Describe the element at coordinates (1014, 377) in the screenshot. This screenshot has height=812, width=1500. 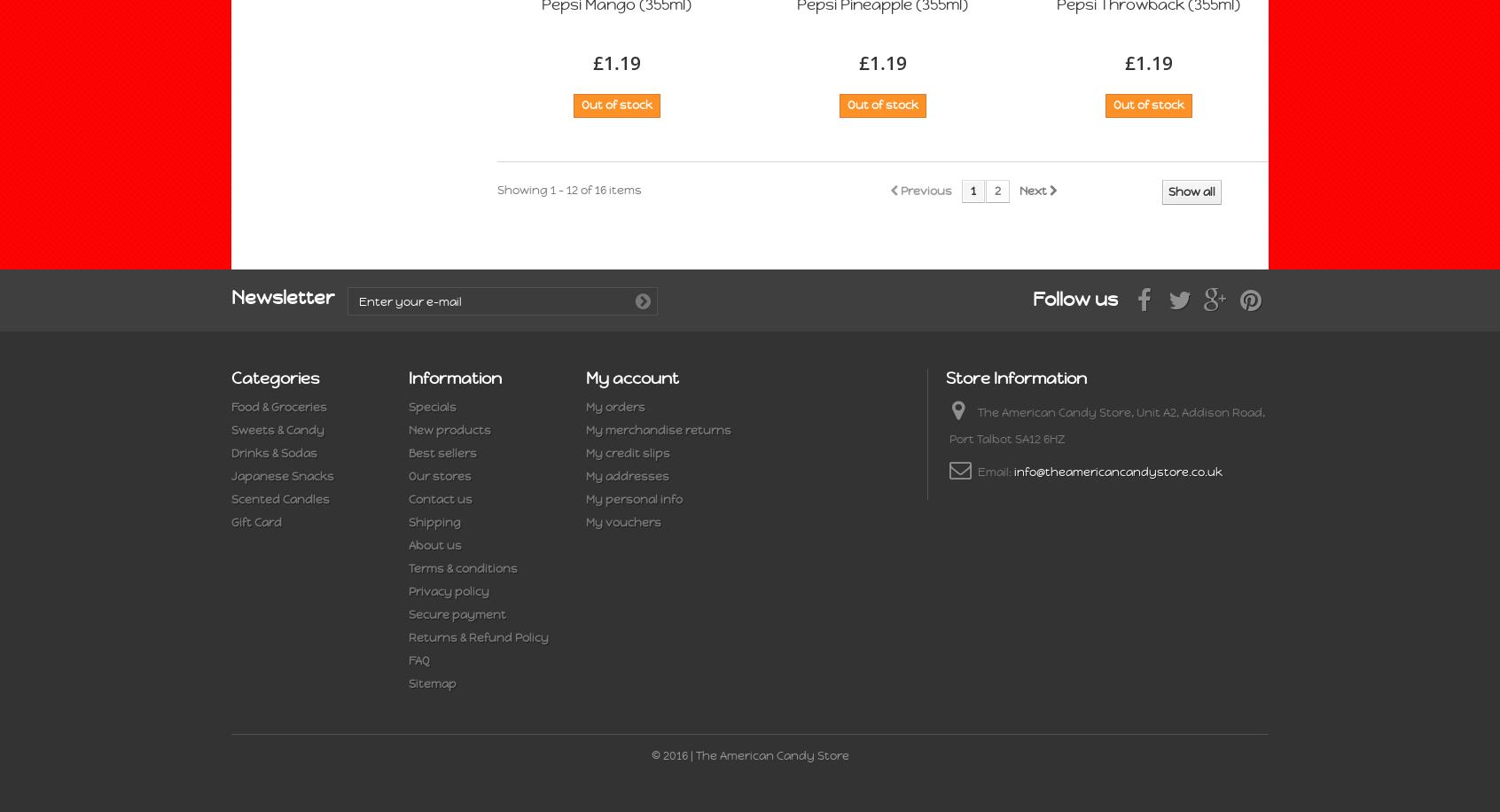
I see `'Store Information'` at that location.